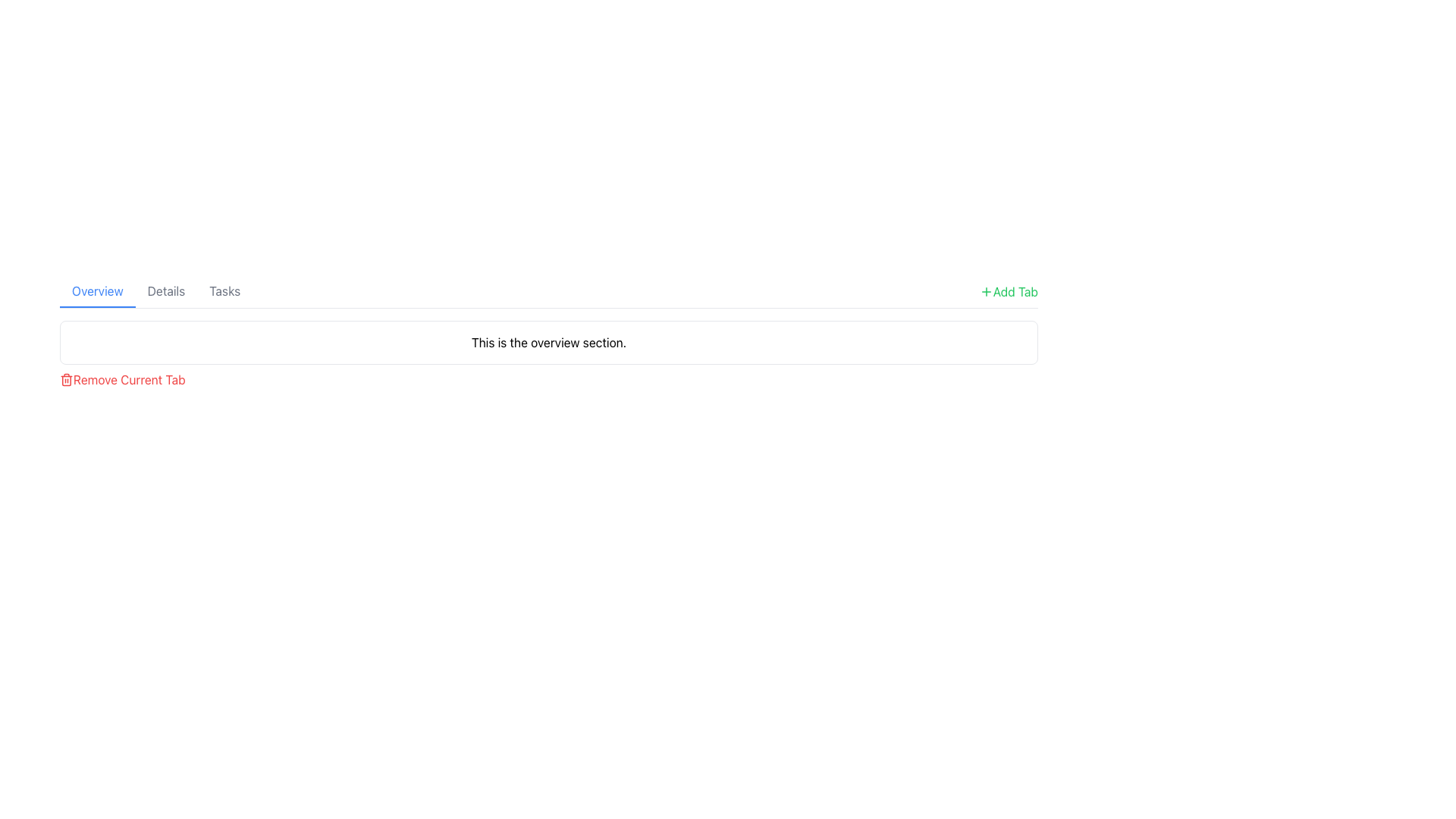 The width and height of the screenshot is (1456, 819). Describe the element at coordinates (166, 292) in the screenshot. I see `the second navigation tab` at that location.